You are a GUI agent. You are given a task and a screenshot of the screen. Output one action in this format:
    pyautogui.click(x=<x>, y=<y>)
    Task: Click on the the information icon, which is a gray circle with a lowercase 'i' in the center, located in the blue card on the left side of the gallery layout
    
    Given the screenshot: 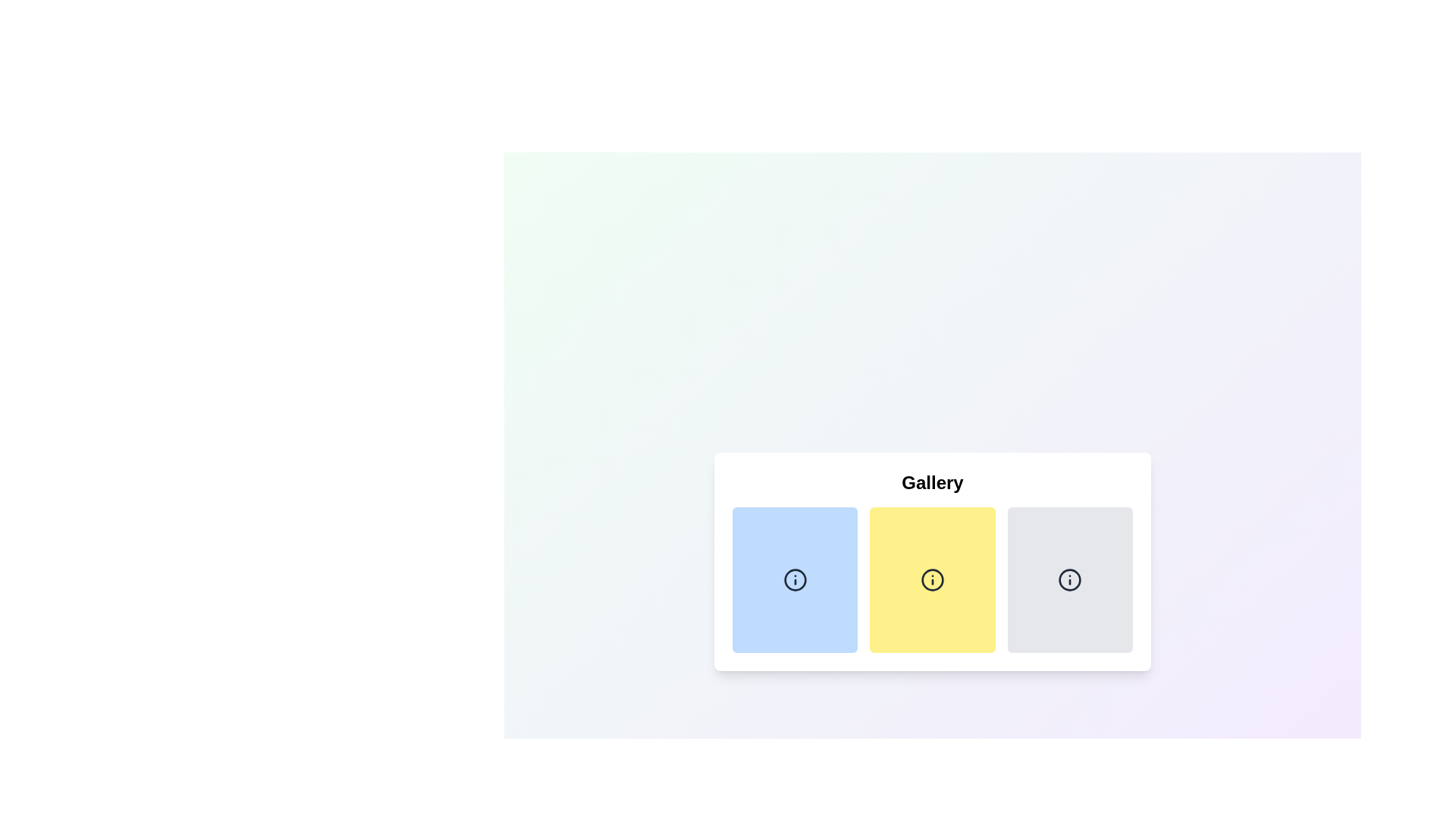 What is the action you would take?
    pyautogui.click(x=794, y=579)
    